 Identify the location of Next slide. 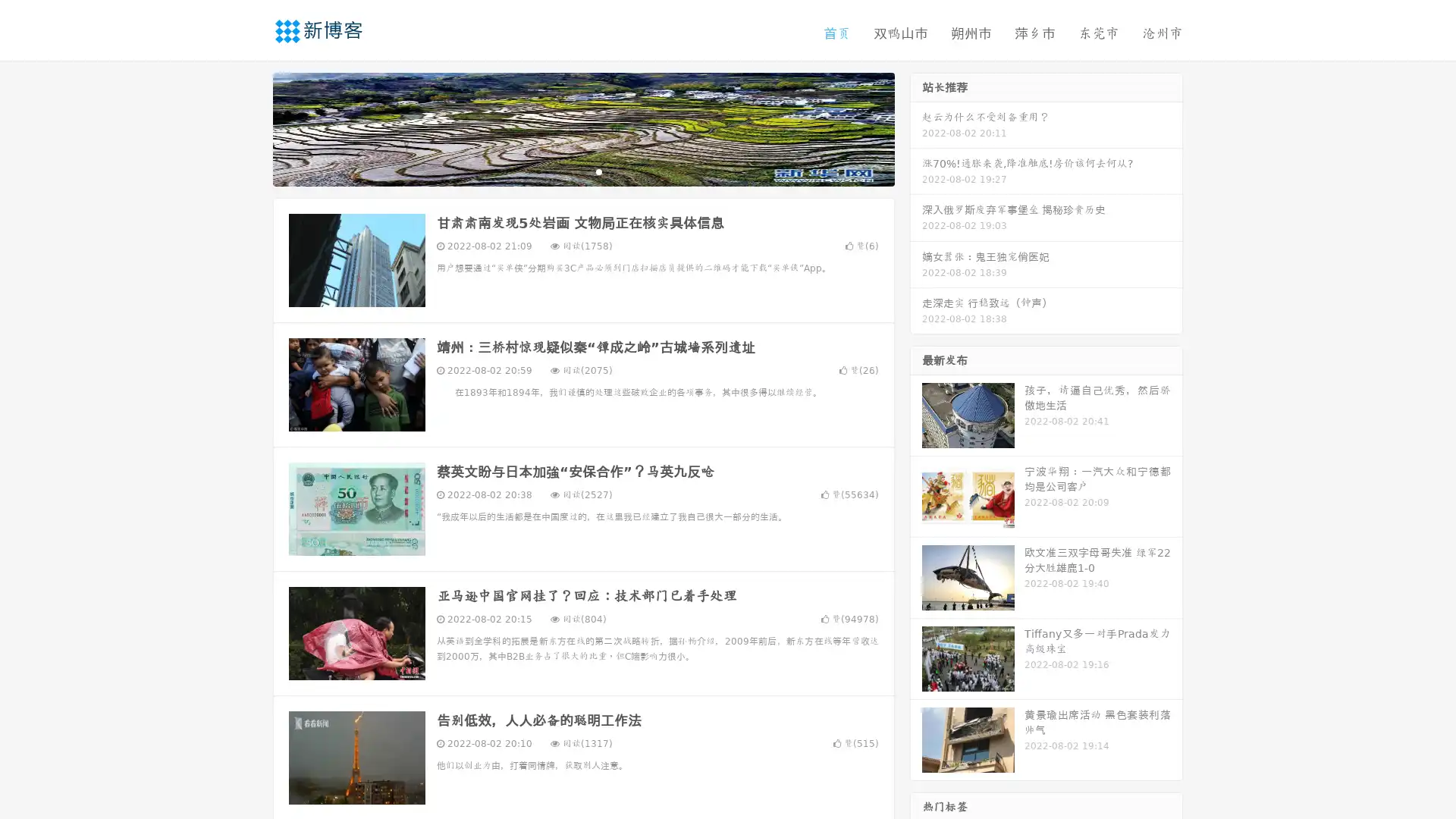
(916, 127).